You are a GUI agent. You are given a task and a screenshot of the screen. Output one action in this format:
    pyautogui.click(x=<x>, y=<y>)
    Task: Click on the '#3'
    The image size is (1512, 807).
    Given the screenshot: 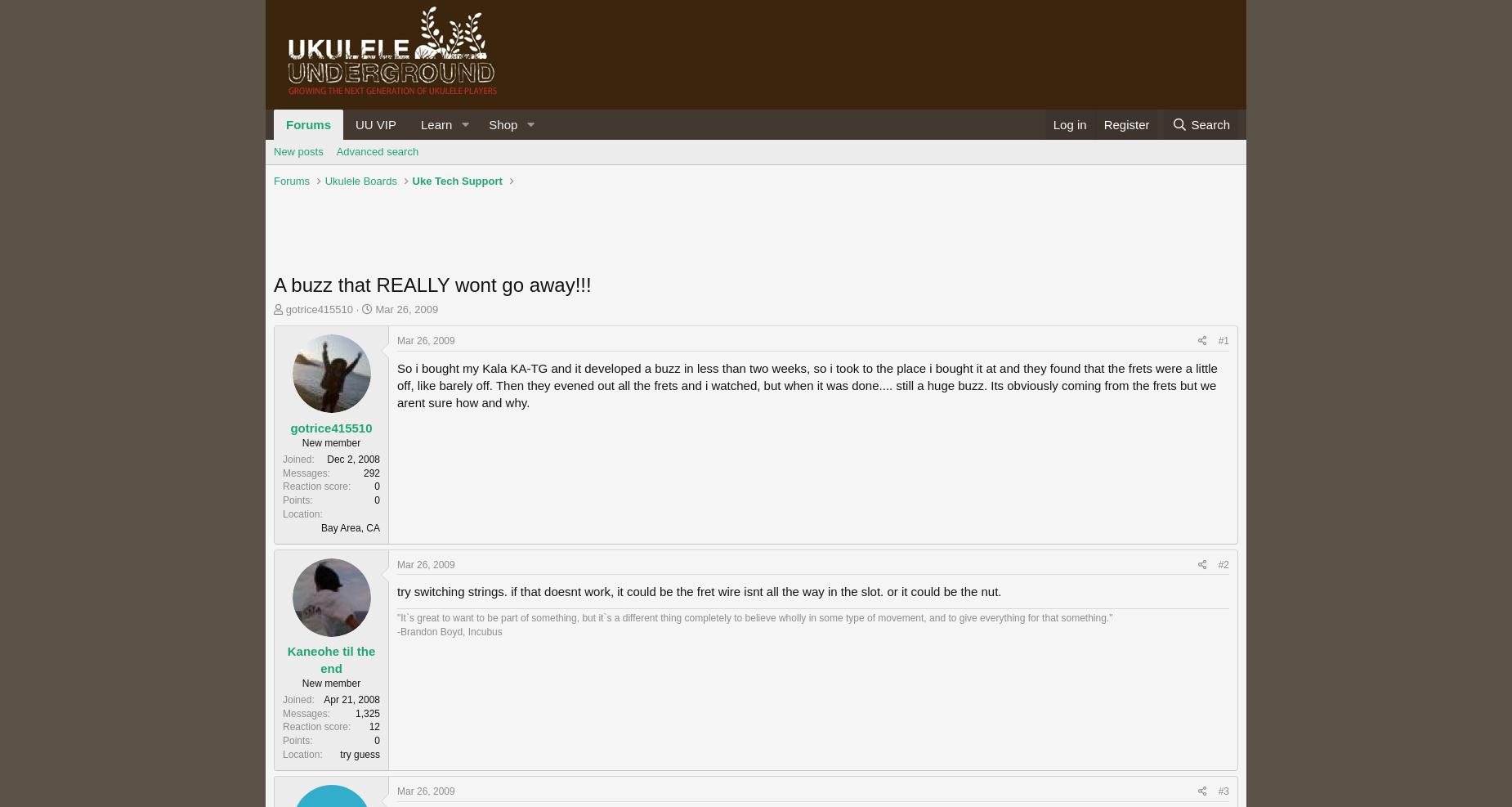 What is the action you would take?
    pyautogui.click(x=1217, y=790)
    